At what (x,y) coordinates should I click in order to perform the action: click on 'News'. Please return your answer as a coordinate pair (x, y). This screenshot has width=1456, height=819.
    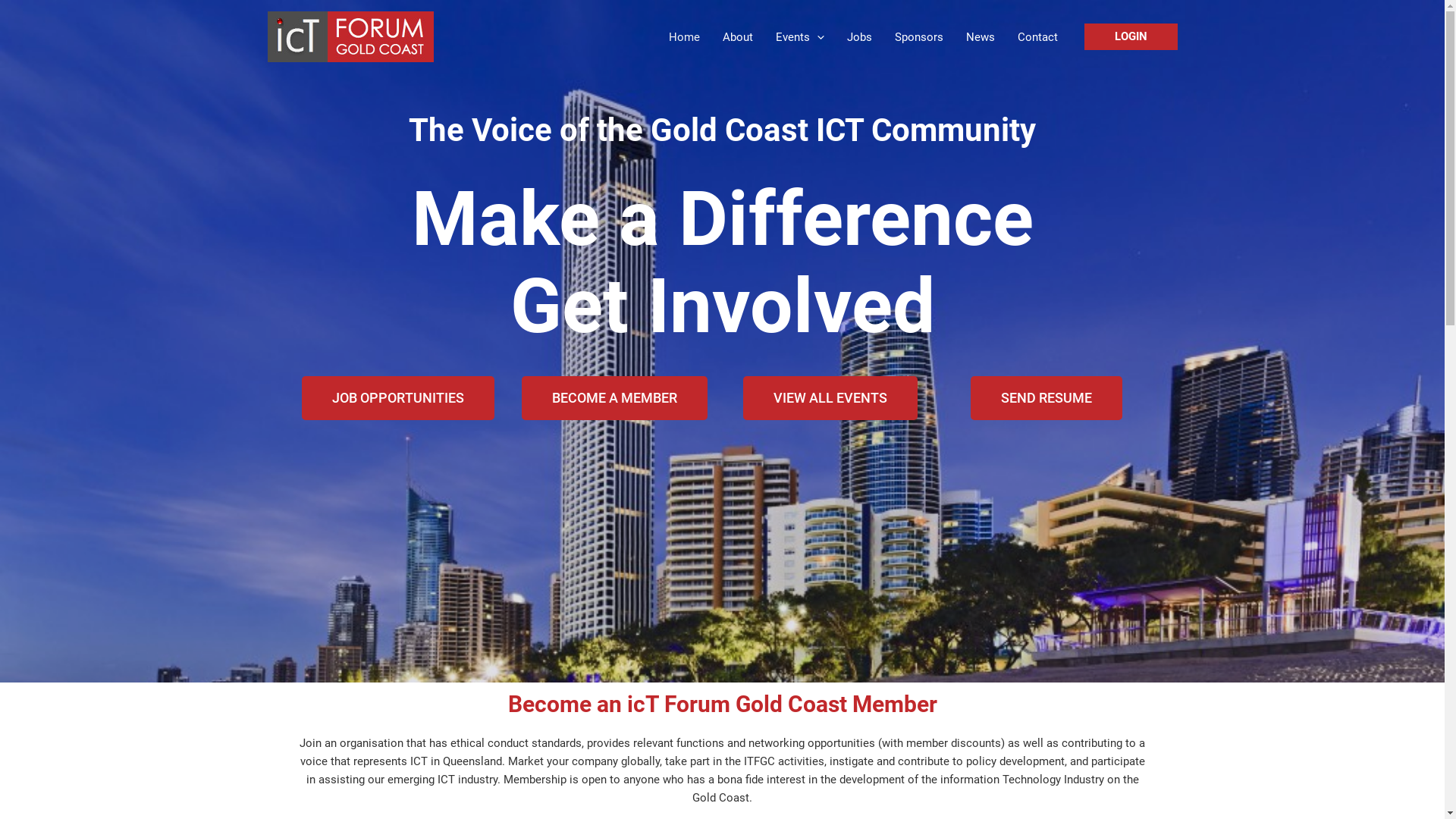
    Looking at the image, I should click on (979, 36).